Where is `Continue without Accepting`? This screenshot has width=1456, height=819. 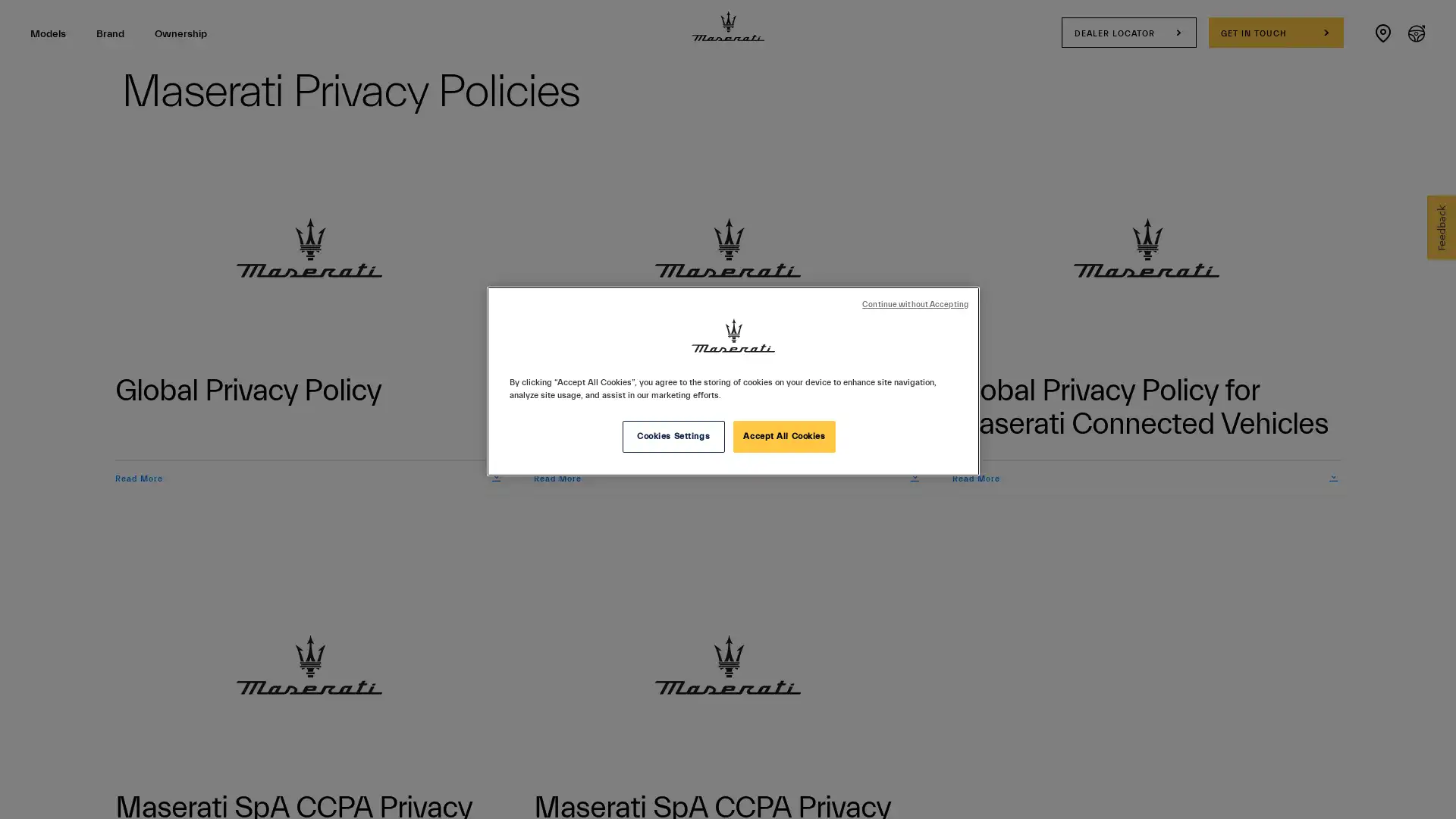 Continue without Accepting is located at coordinates (914, 305).